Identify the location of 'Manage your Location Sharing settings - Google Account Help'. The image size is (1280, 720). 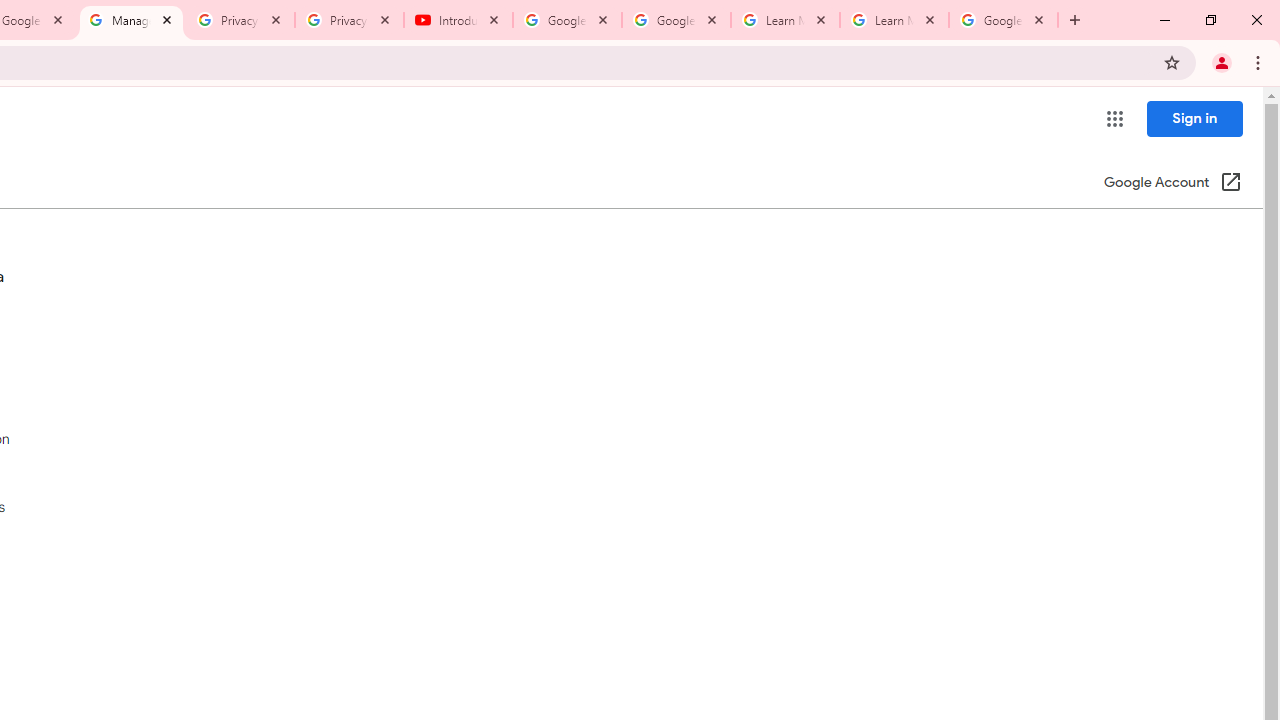
(130, 20).